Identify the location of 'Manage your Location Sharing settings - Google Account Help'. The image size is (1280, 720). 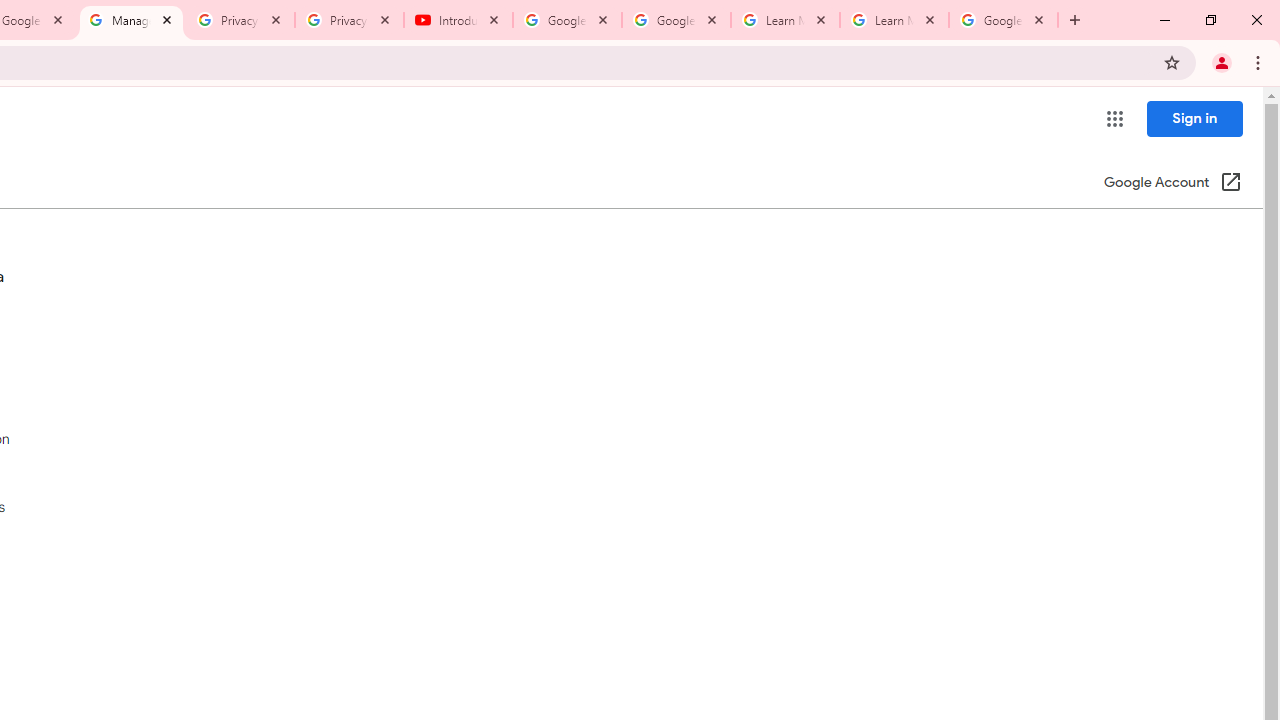
(130, 20).